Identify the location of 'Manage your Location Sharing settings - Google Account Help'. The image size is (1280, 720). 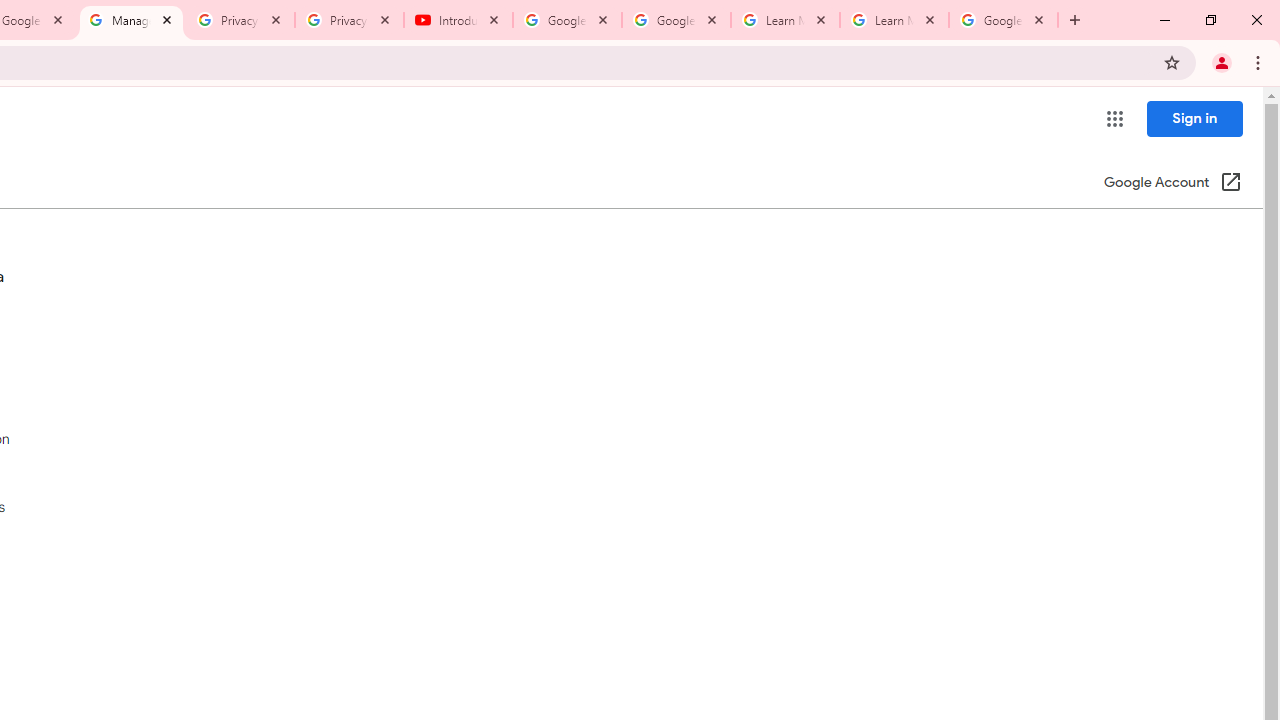
(130, 20).